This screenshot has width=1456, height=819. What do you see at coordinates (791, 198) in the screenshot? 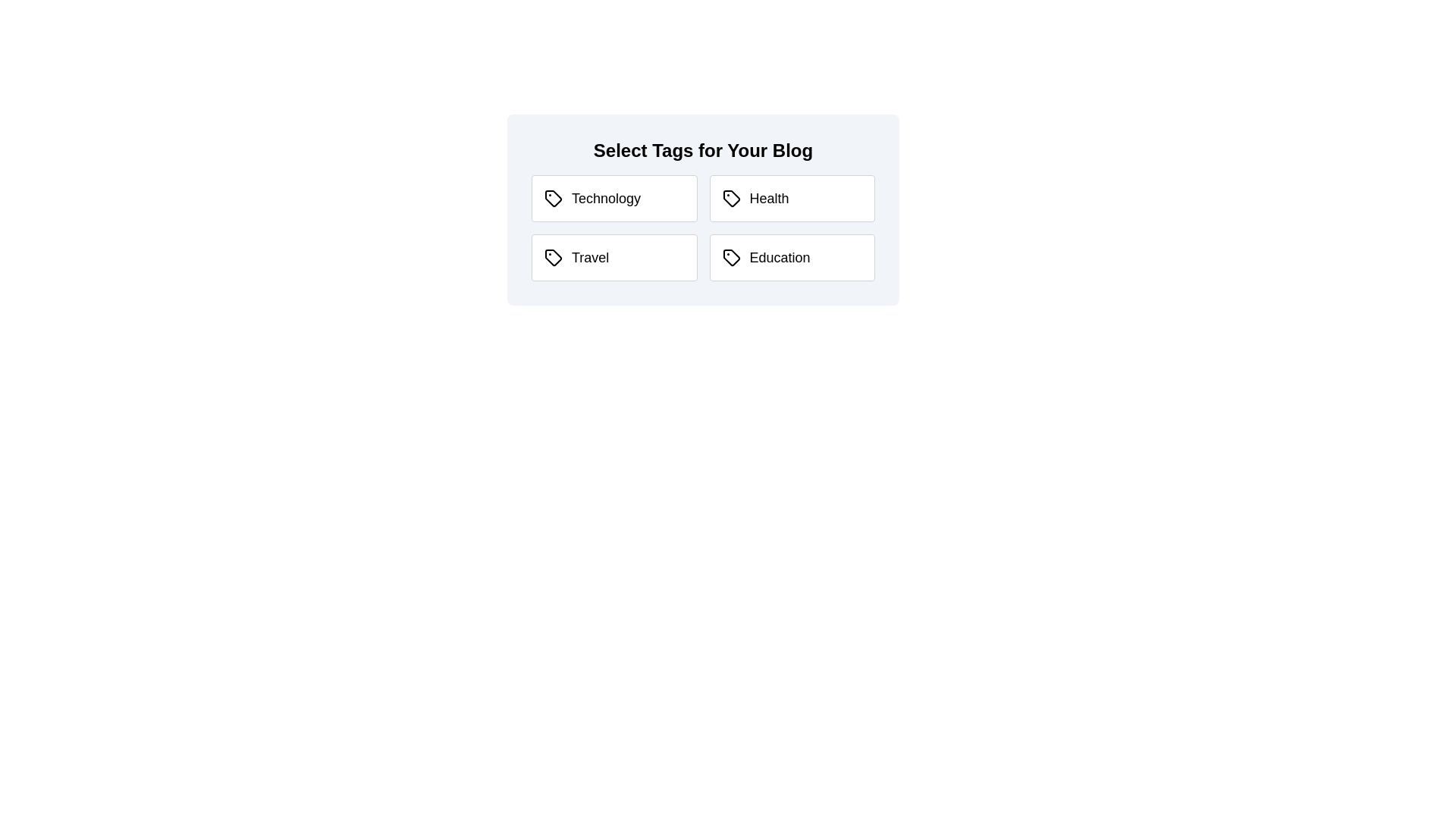
I see `the tag Health to toggle its selection state` at bounding box center [791, 198].